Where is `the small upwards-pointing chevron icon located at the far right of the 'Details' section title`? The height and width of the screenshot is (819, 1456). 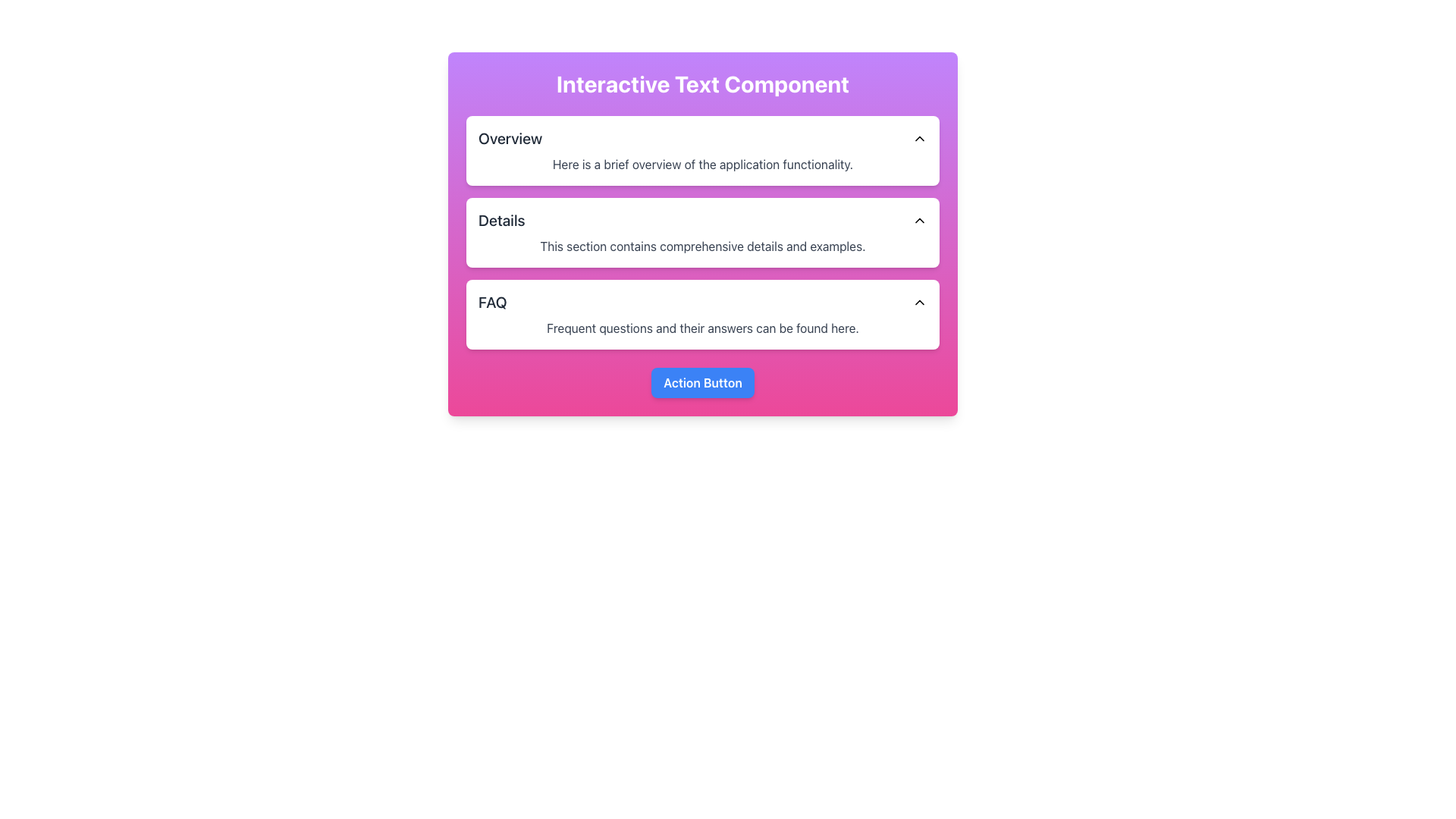
the small upwards-pointing chevron icon located at the far right of the 'Details' section title is located at coordinates (919, 220).